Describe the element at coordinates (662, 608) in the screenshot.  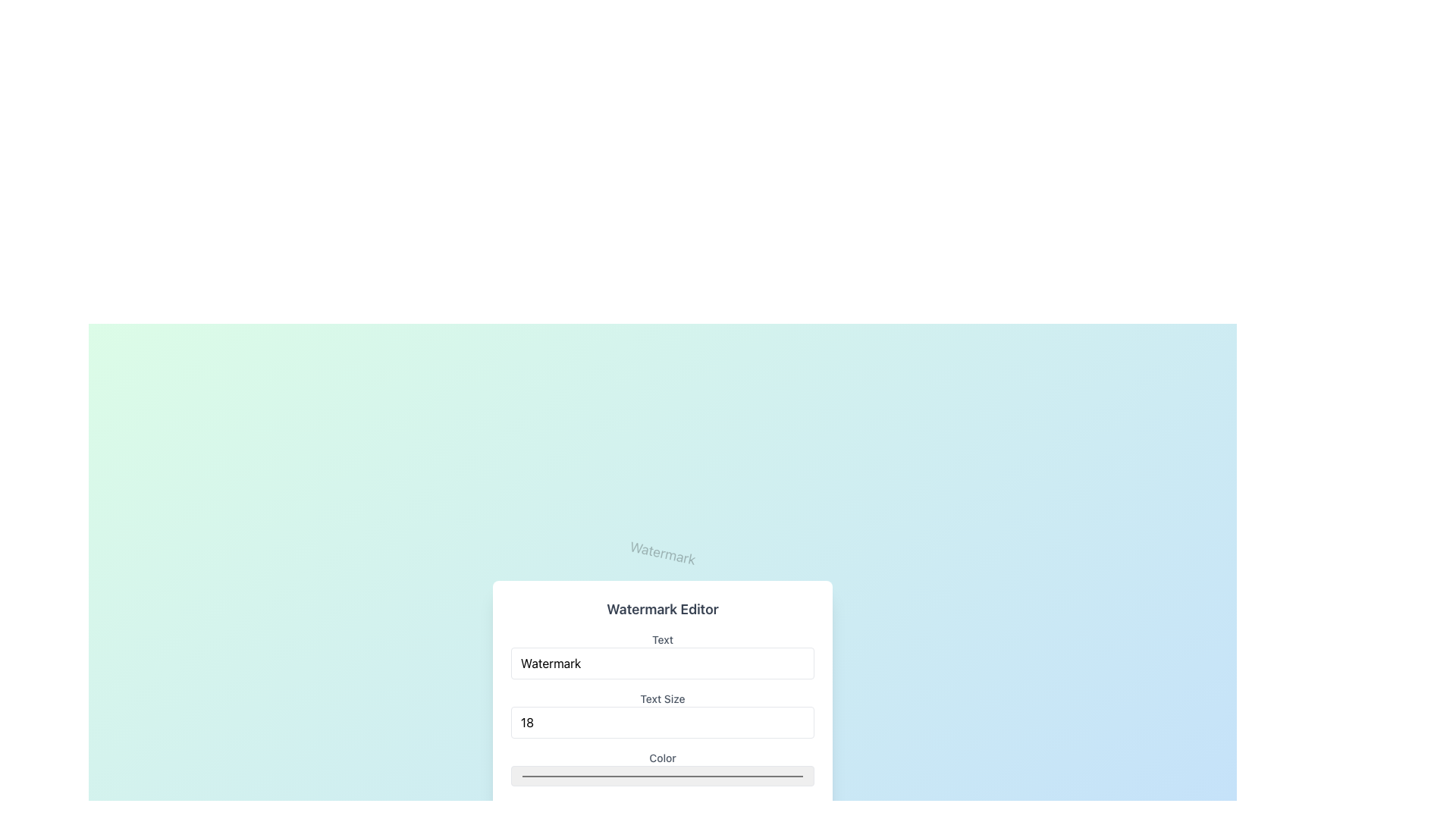
I see `the static text label displaying 'Watermark Editor' which is bold and large, located at the top of its section` at that location.